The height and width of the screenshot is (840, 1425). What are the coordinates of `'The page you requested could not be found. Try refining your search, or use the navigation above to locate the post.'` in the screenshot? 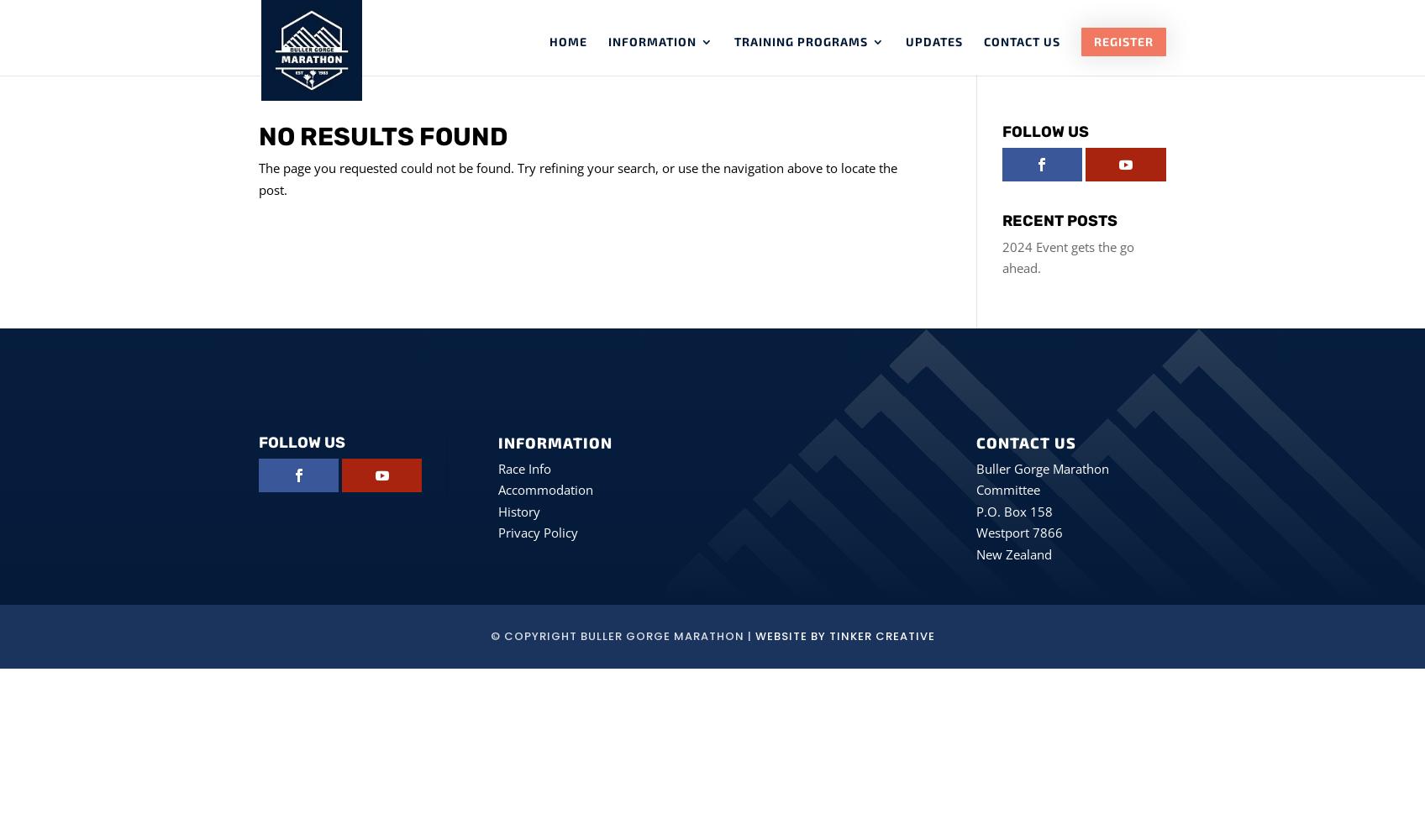 It's located at (258, 177).